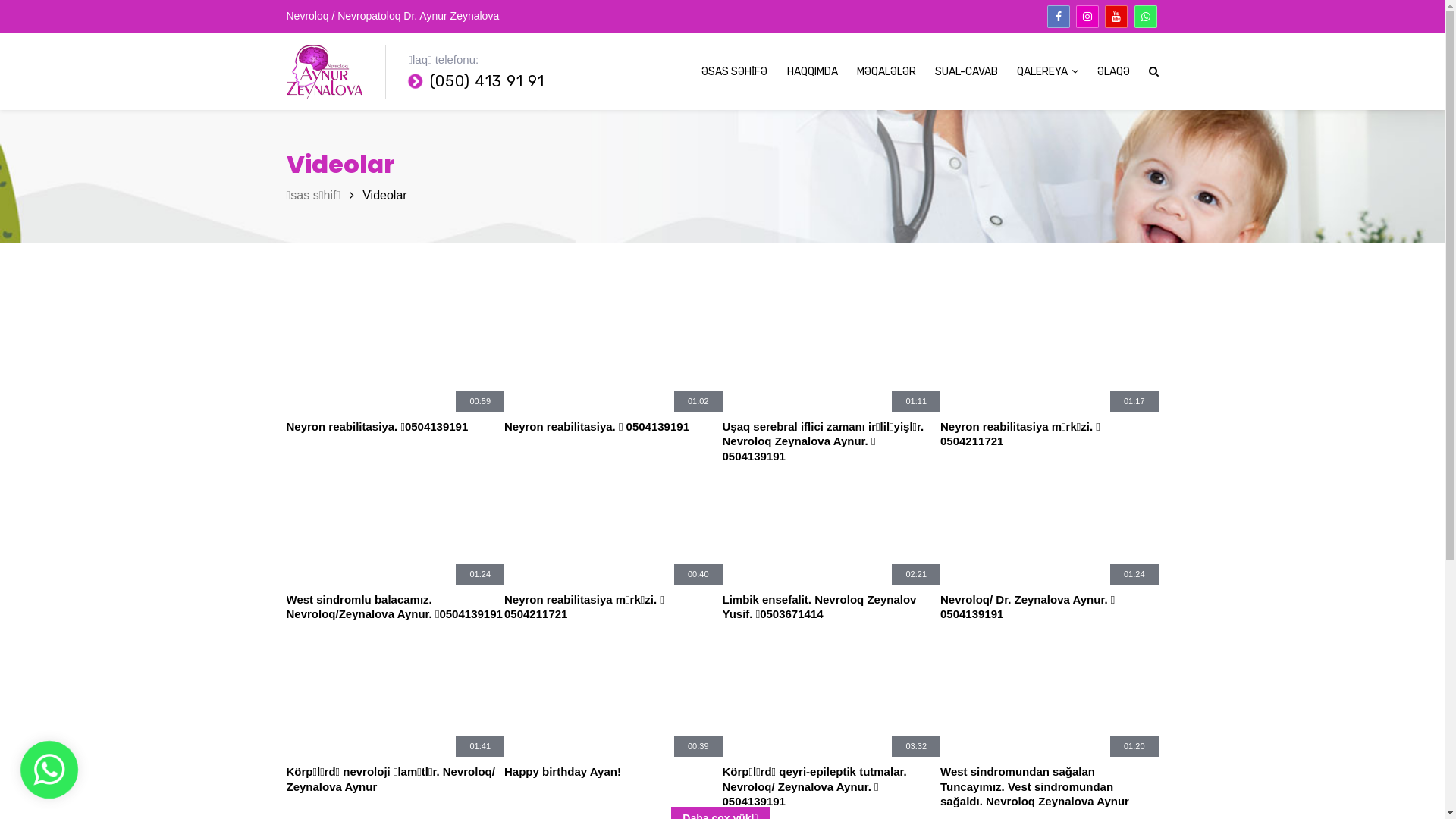 The image size is (1456, 819). Describe the element at coordinates (965, 72) in the screenshot. I see `'SUAL-CAVAB'` at that location.